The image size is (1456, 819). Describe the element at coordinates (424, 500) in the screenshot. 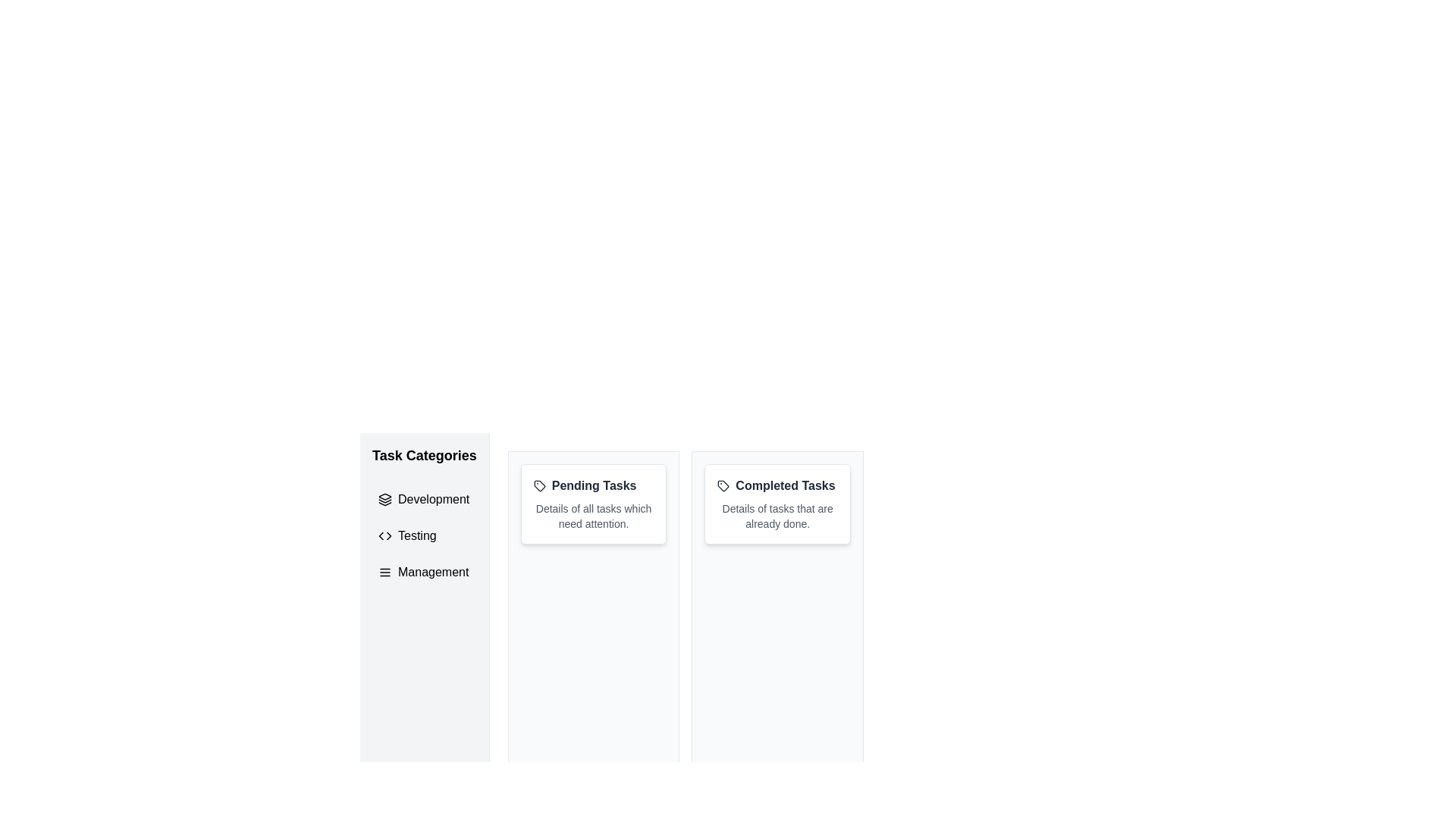

I see `the 'Development' menu item, which is the first item in the vertical list of menu options under 'Task Categories', visually represented by a black icon resembling stacked layers followed by the text 'Development'` at that location.